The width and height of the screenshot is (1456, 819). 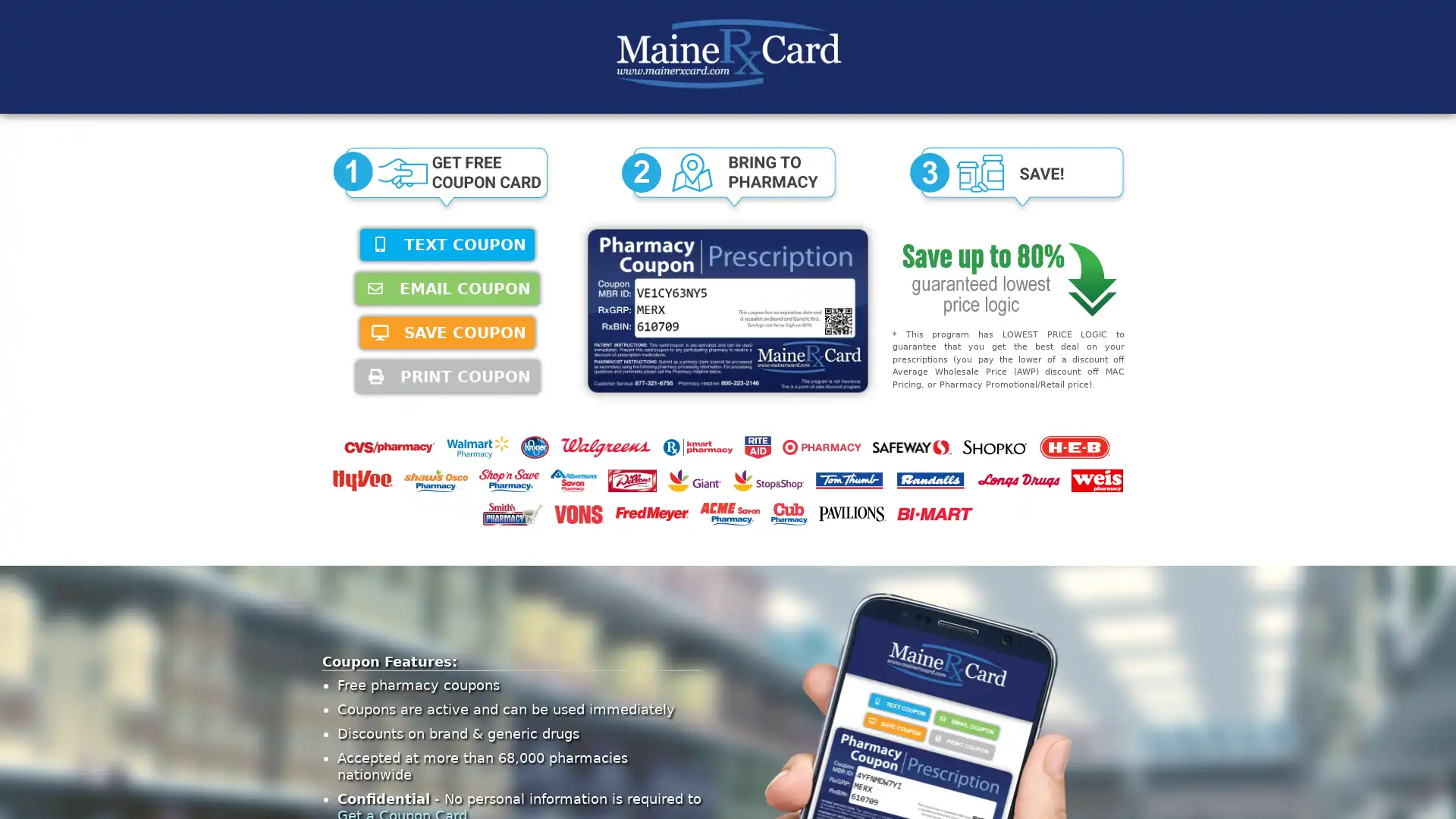 I want to click on TEXT COUPON, so click(x=447, y=244).